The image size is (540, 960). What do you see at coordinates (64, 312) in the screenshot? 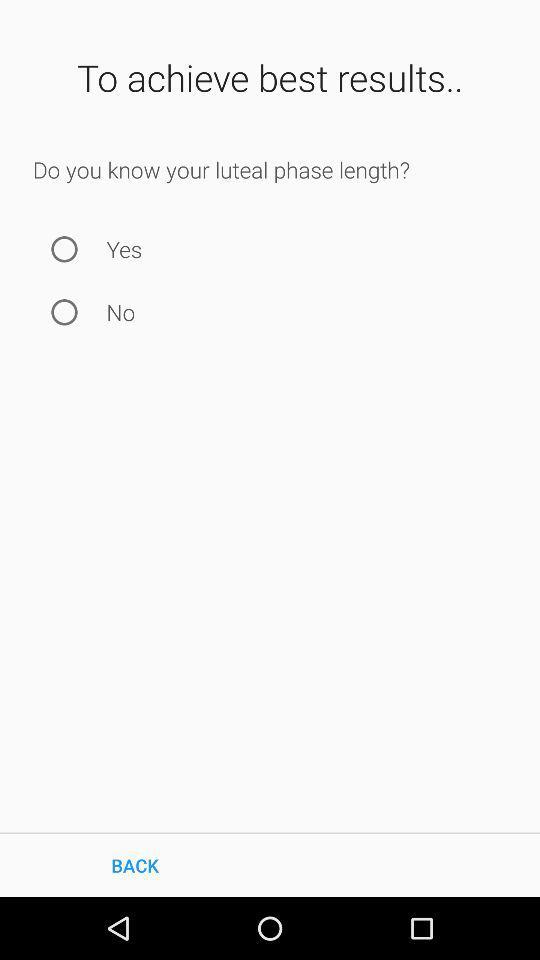
I see `item to the left of the no item` at bounding box center [64, 312].